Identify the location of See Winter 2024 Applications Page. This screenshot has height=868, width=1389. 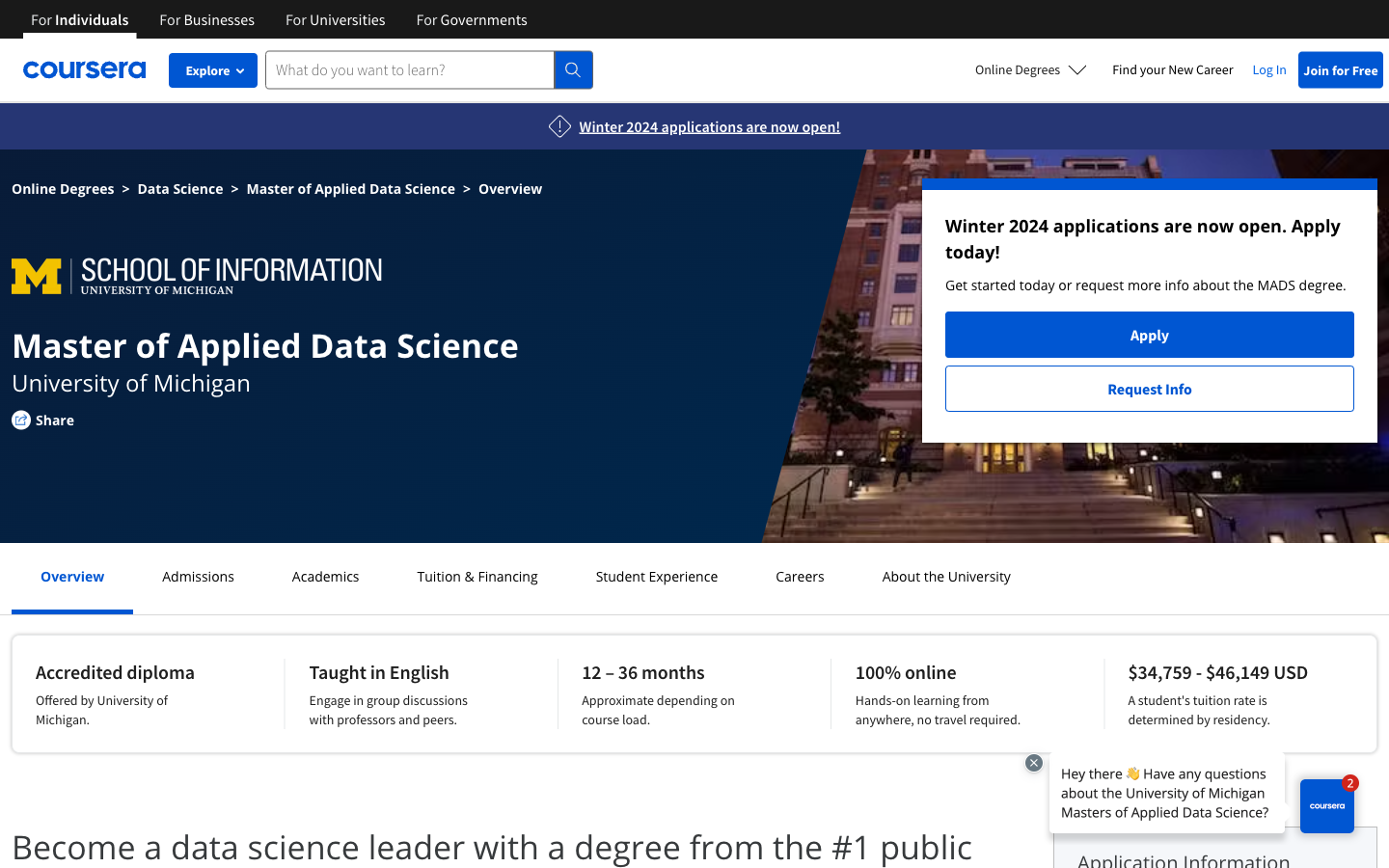
(708, 126).